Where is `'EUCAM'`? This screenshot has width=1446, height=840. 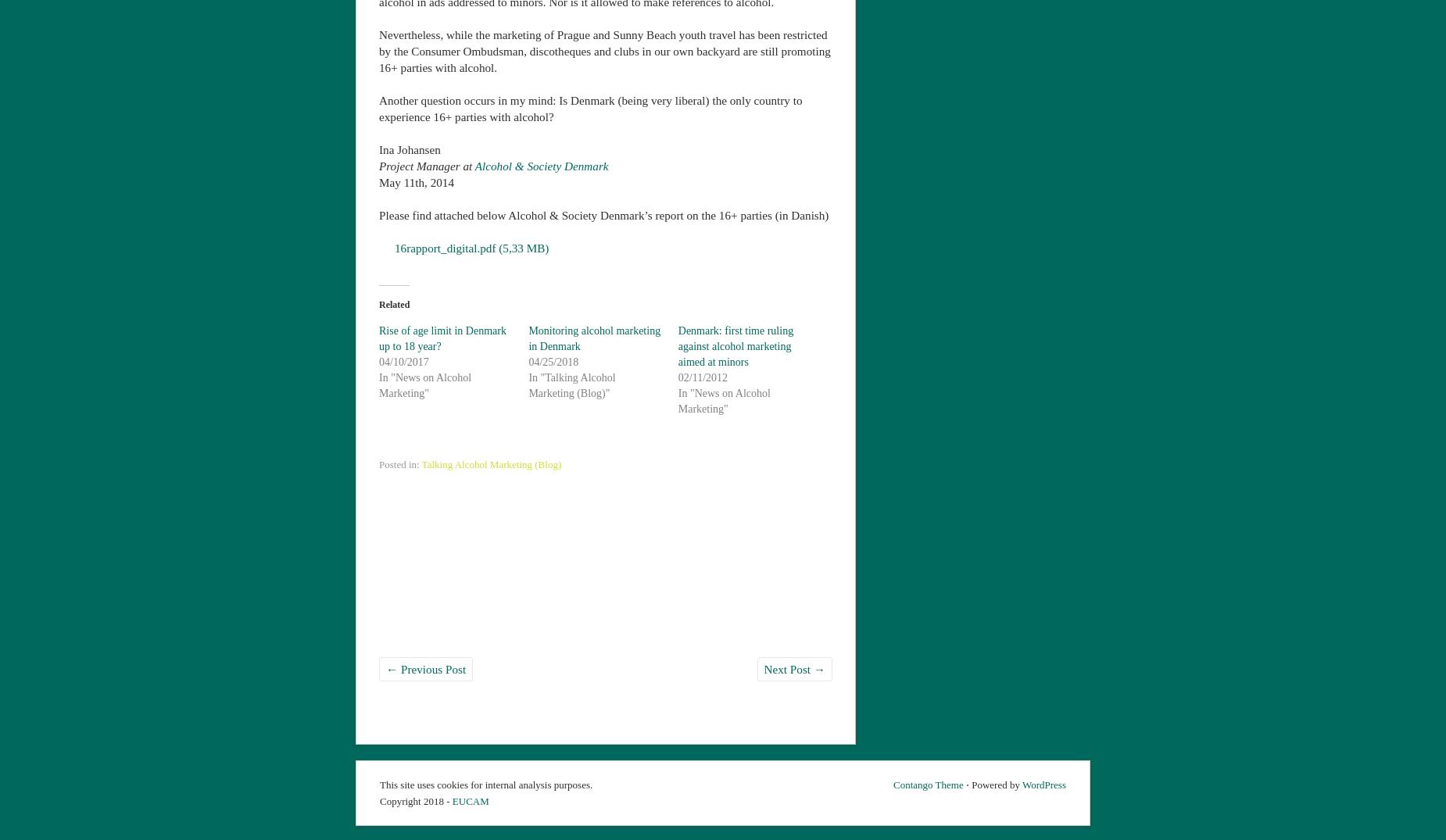 'EUCAM' is located at coordinates (470, 799).